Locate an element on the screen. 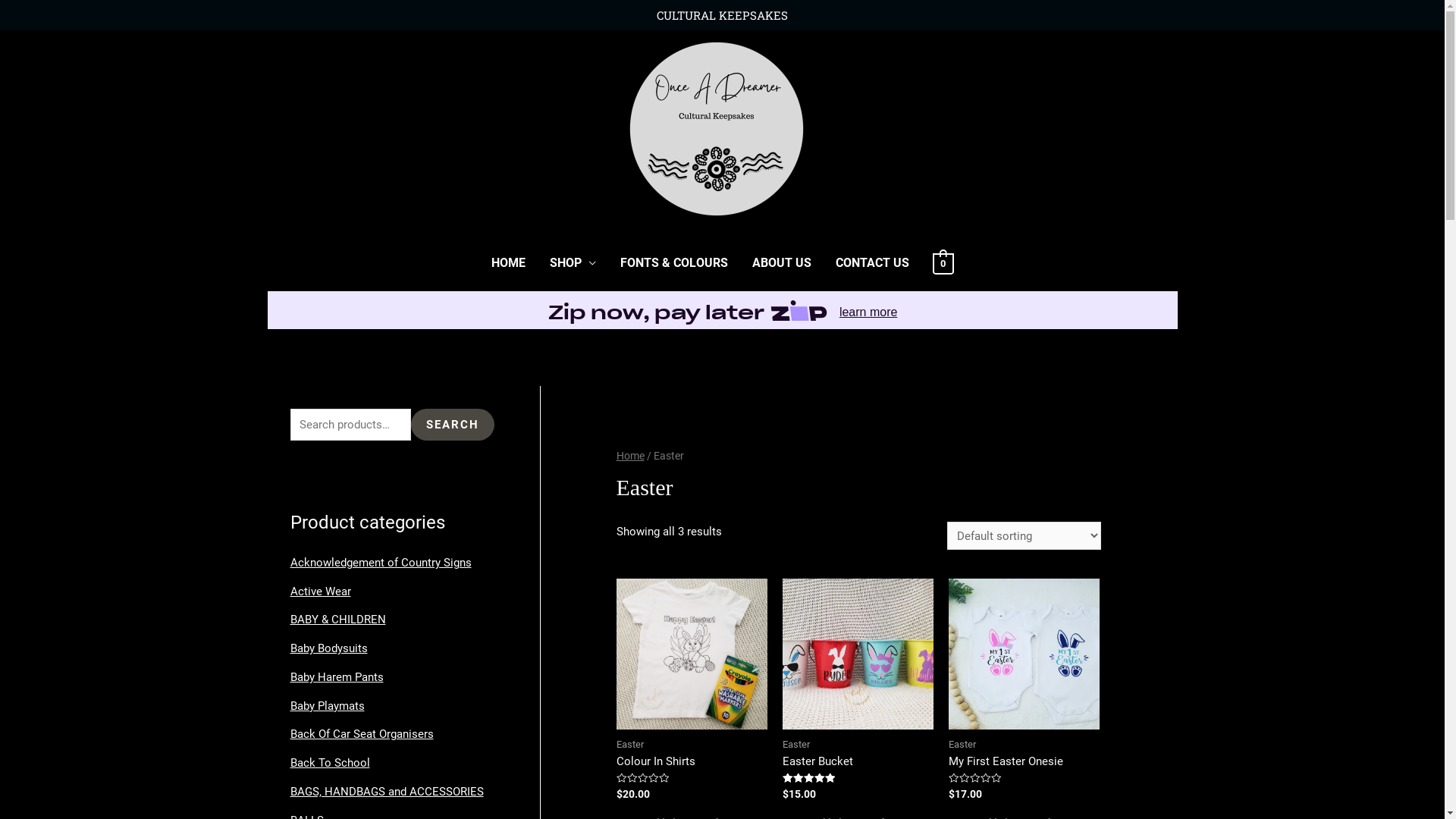  'Home' is located at coordinates (630, 455).